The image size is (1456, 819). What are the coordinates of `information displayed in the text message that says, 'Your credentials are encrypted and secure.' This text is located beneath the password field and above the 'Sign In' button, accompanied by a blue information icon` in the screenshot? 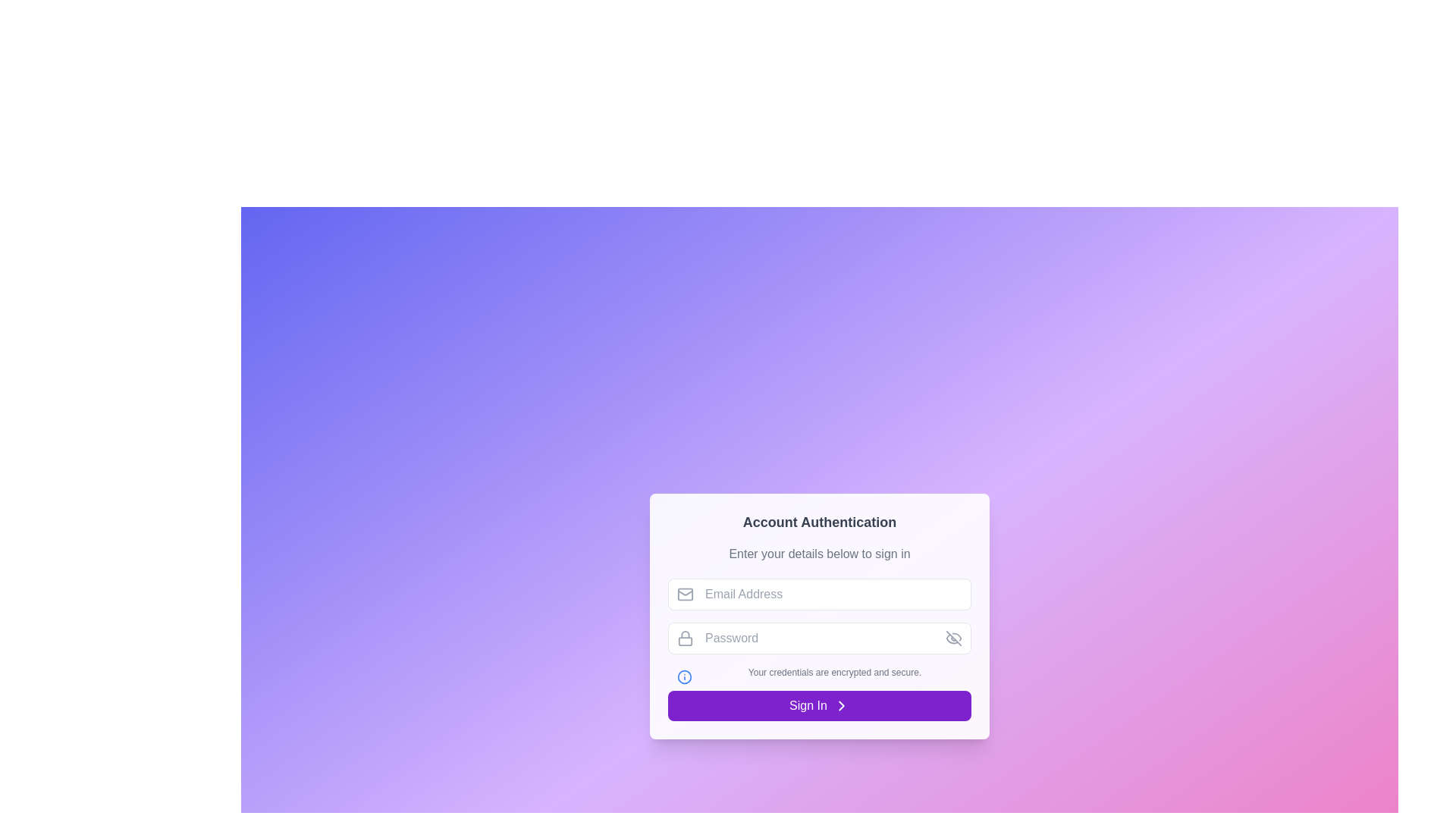 It's located at (818, 672).